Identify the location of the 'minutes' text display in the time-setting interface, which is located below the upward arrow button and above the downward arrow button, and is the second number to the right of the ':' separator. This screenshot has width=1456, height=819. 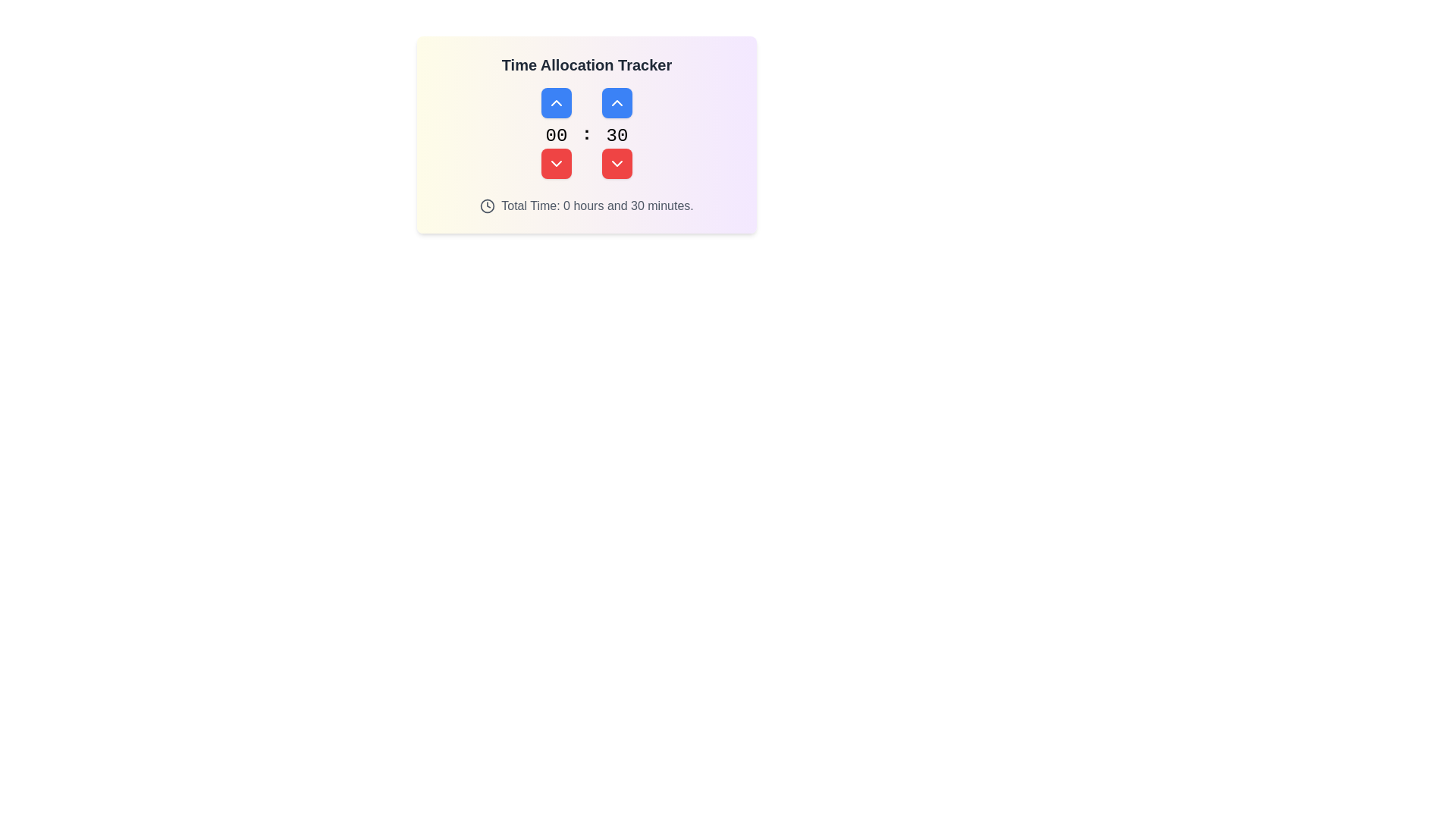
(617, 133).